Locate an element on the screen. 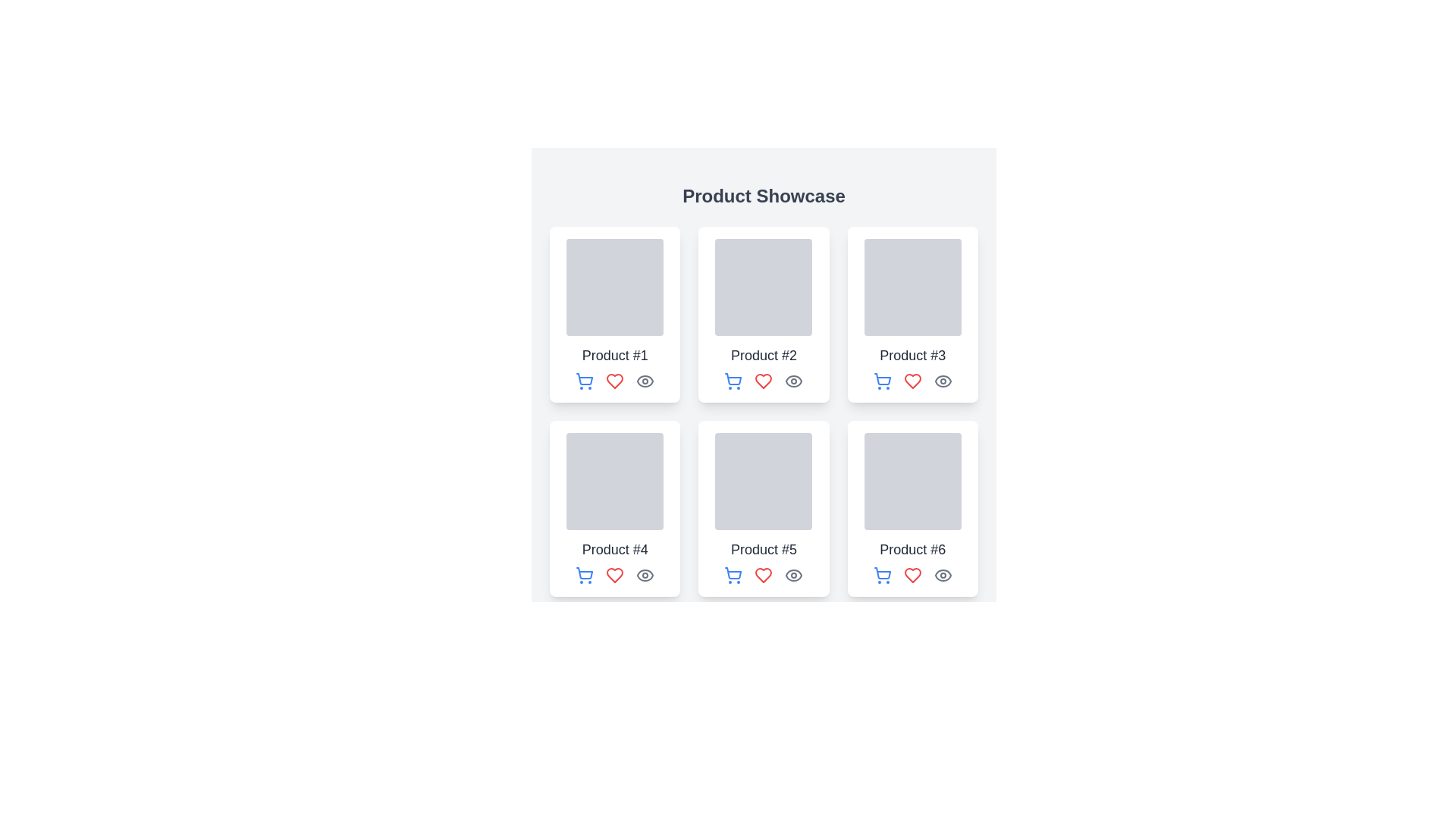 Image resolution: width=1456 pixels, height=819 pixels. the heart icon button representing 'favorite' or 'like' action for 'Product #2' for keyboard navigation is located at coordinates (764, 380).